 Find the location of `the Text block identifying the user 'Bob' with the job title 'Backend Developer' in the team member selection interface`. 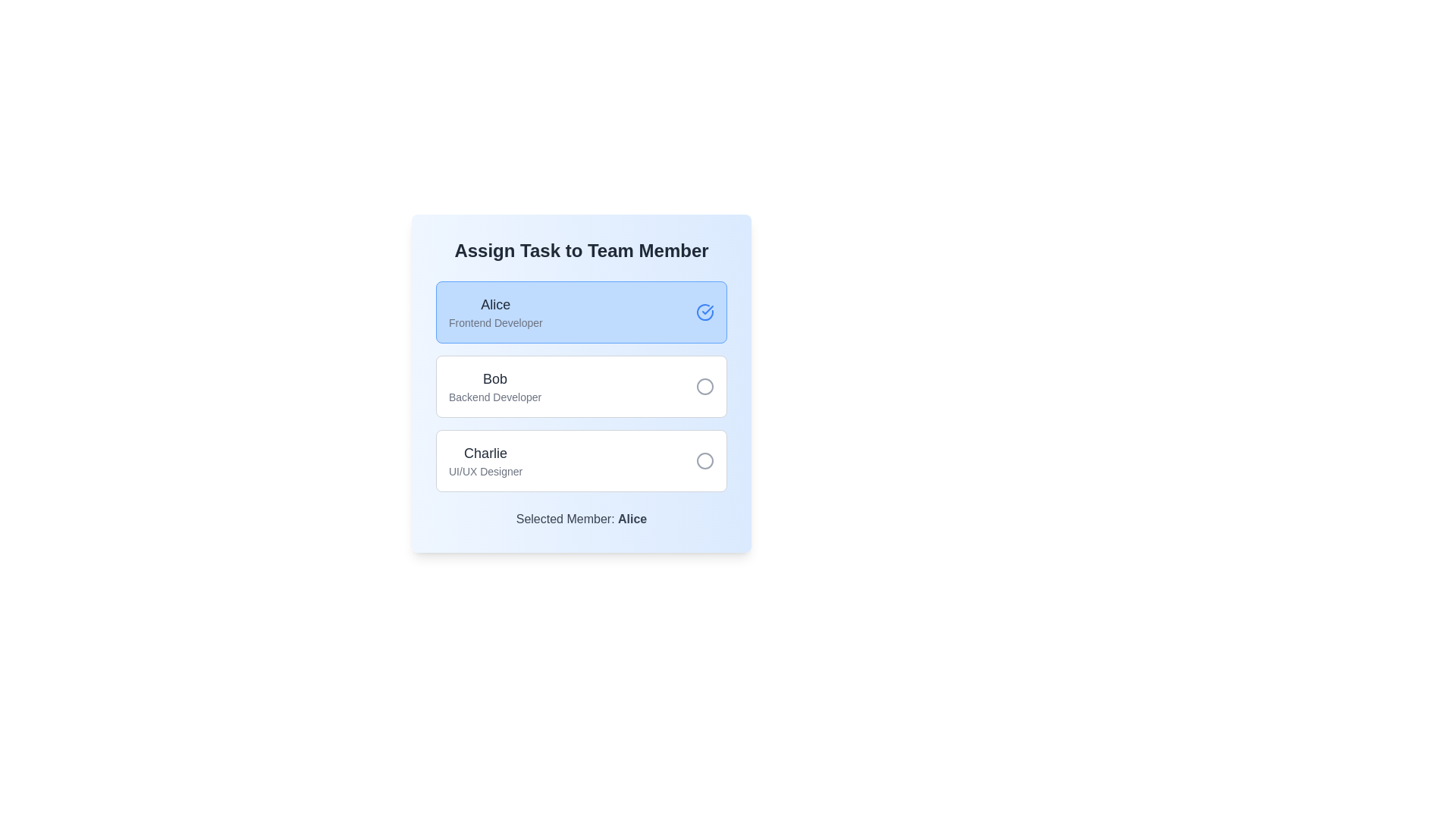

the Text block identifying the user 'Bob' with the job title 'Backend Developer' in the team member selection interface is located at coordinates (495, 385).